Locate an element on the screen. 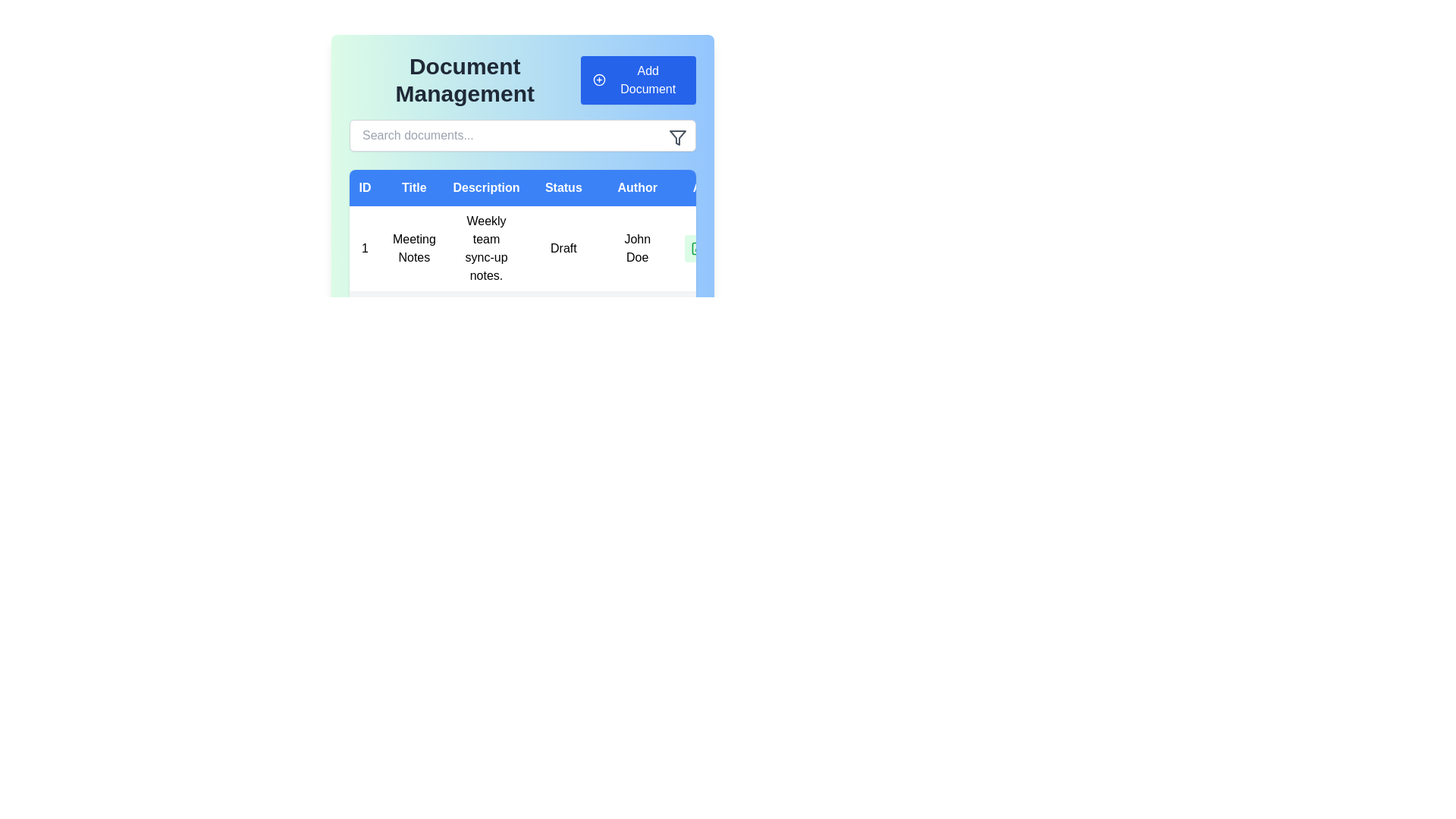 The height and width of the screenshot is (819, 1456). the filter or search refinement icon located in the top-right corner of the search box area is located at coordinates (676, 137).